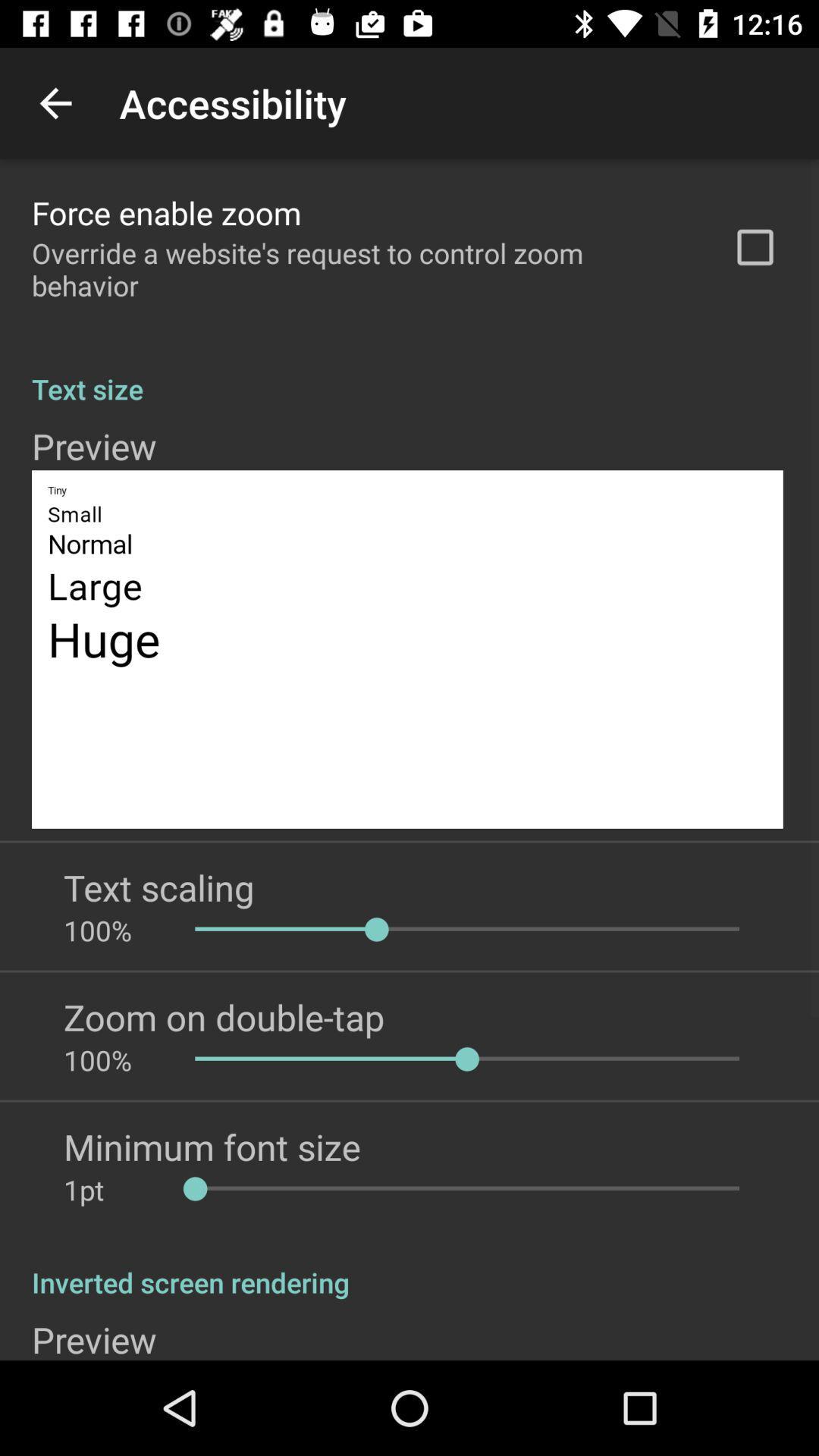 Image resolution: width=819 pixels, height=1456 pixels. I want to click on the icon above 100% icon, so click(224, 1017).